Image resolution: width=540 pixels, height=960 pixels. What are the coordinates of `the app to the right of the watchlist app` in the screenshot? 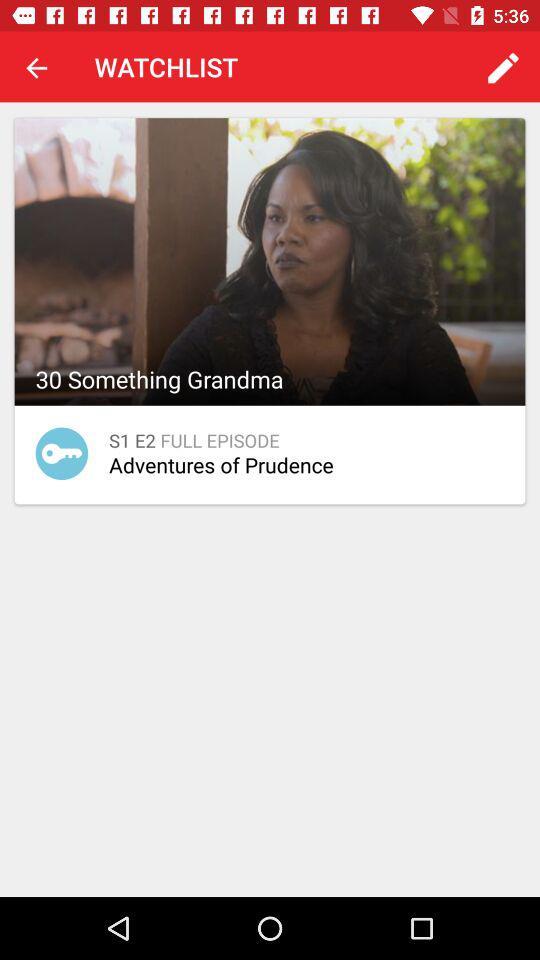 It's located at (502, 67).